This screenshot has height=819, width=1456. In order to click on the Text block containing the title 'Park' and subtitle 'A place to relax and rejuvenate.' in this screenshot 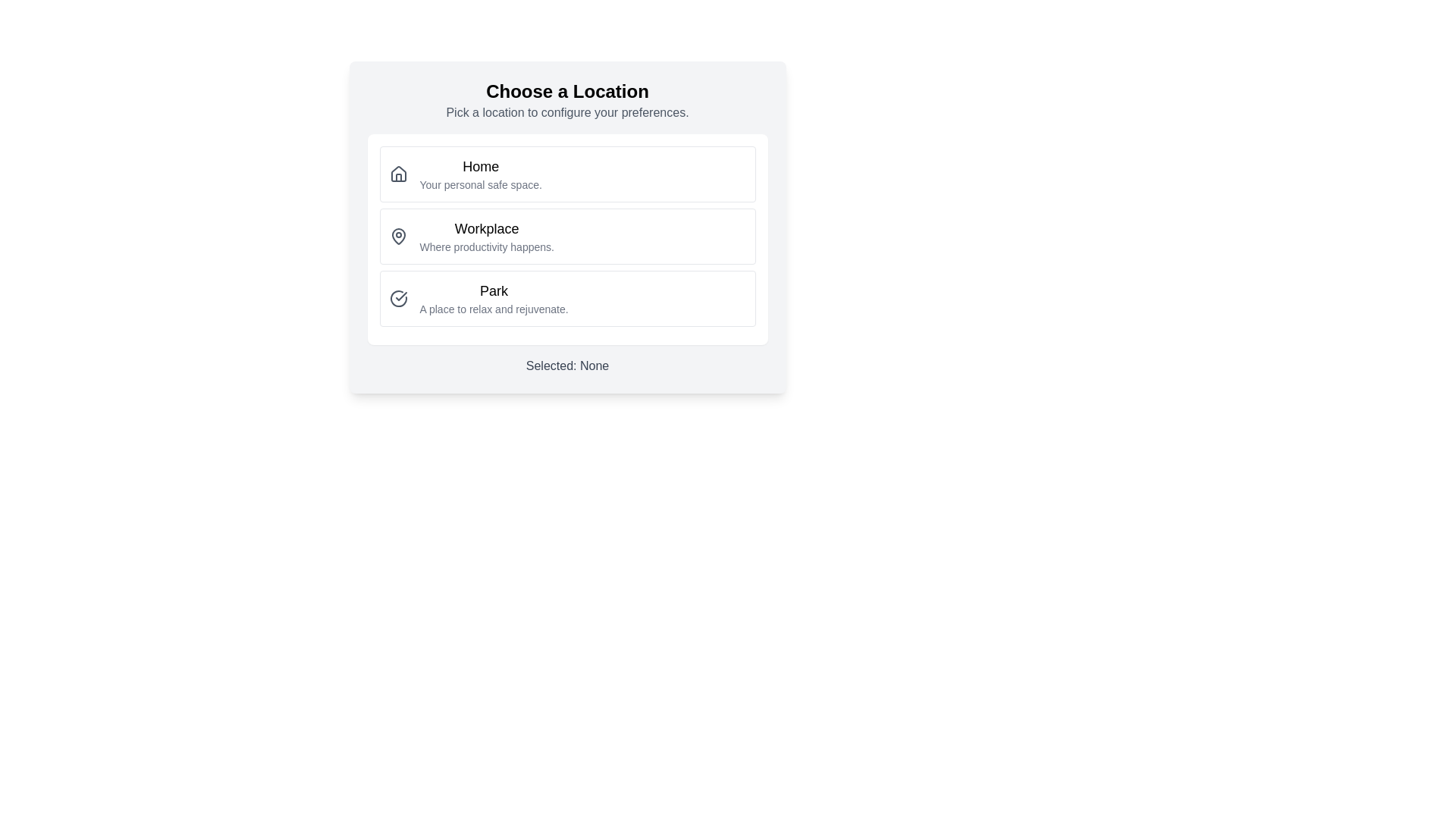, I will do `click(494, 298)`.